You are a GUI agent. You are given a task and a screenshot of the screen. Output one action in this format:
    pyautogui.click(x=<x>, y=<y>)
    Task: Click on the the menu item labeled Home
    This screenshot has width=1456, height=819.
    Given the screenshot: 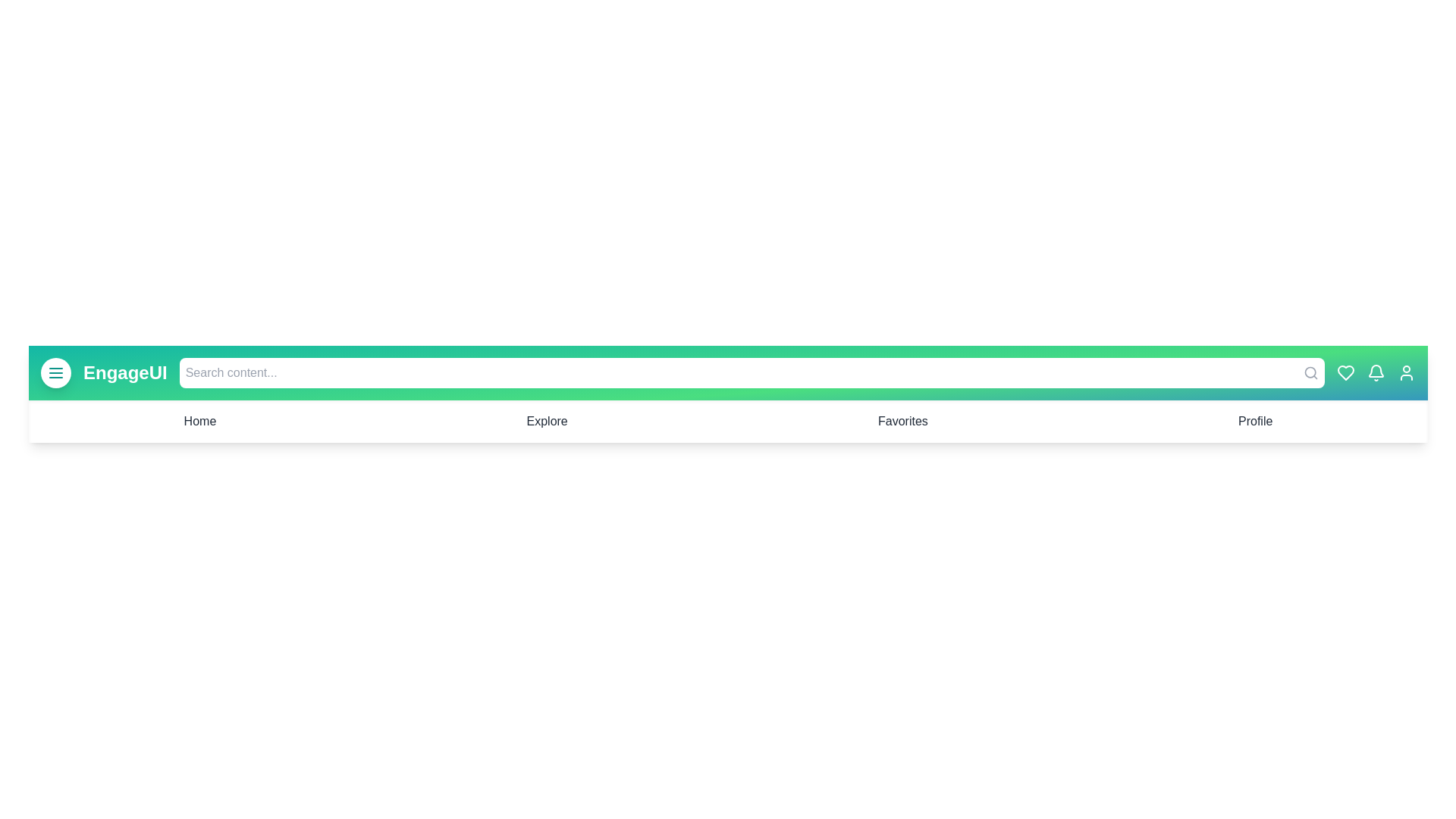 What is the action you would take?
    pyautogui.click(x=199, y=421)
    